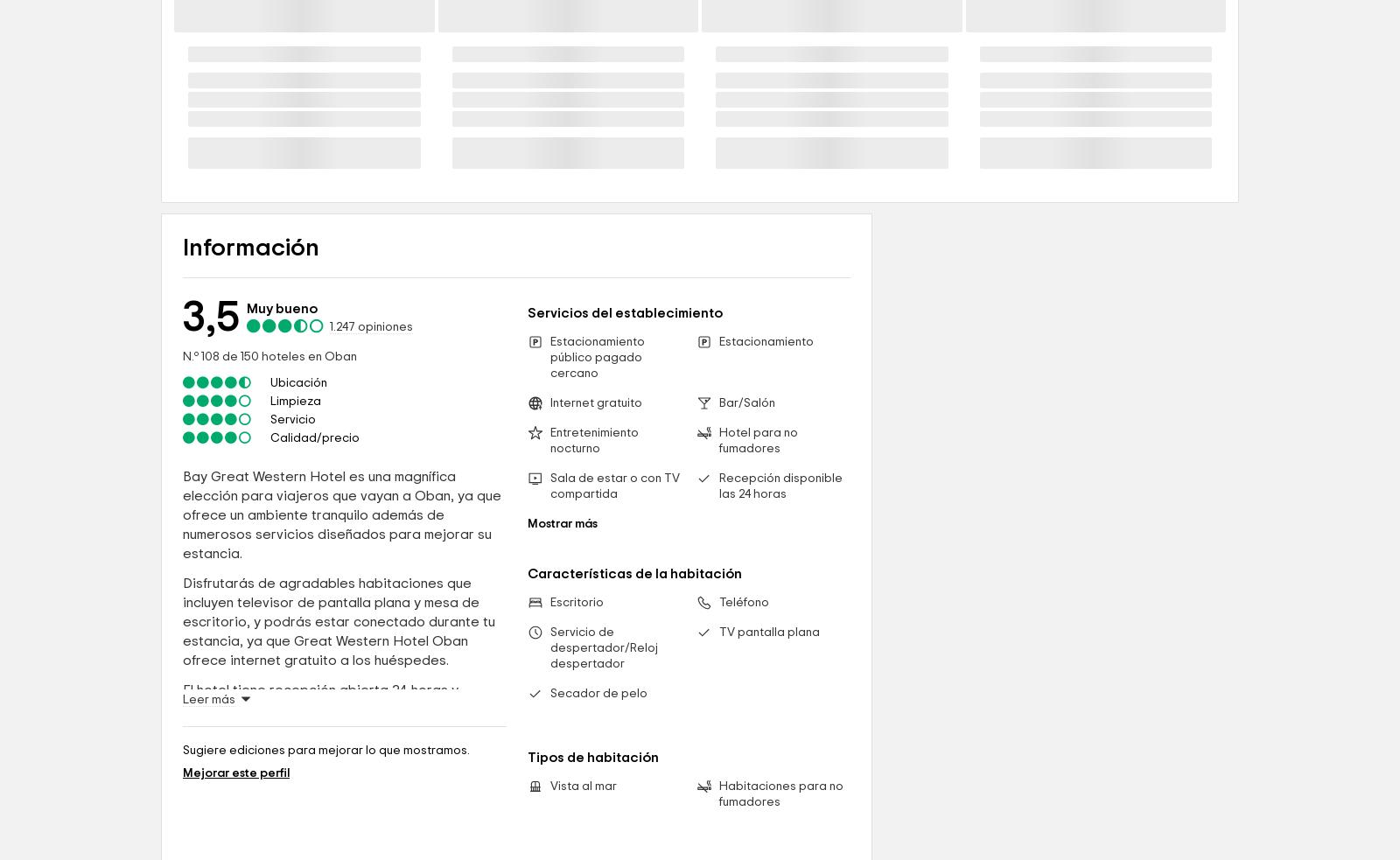 This screenshot has height=860, width=1400. Describe the element at coordinates (765, 492) in the screenshot. I see `'Estacionamiento'` at that location.